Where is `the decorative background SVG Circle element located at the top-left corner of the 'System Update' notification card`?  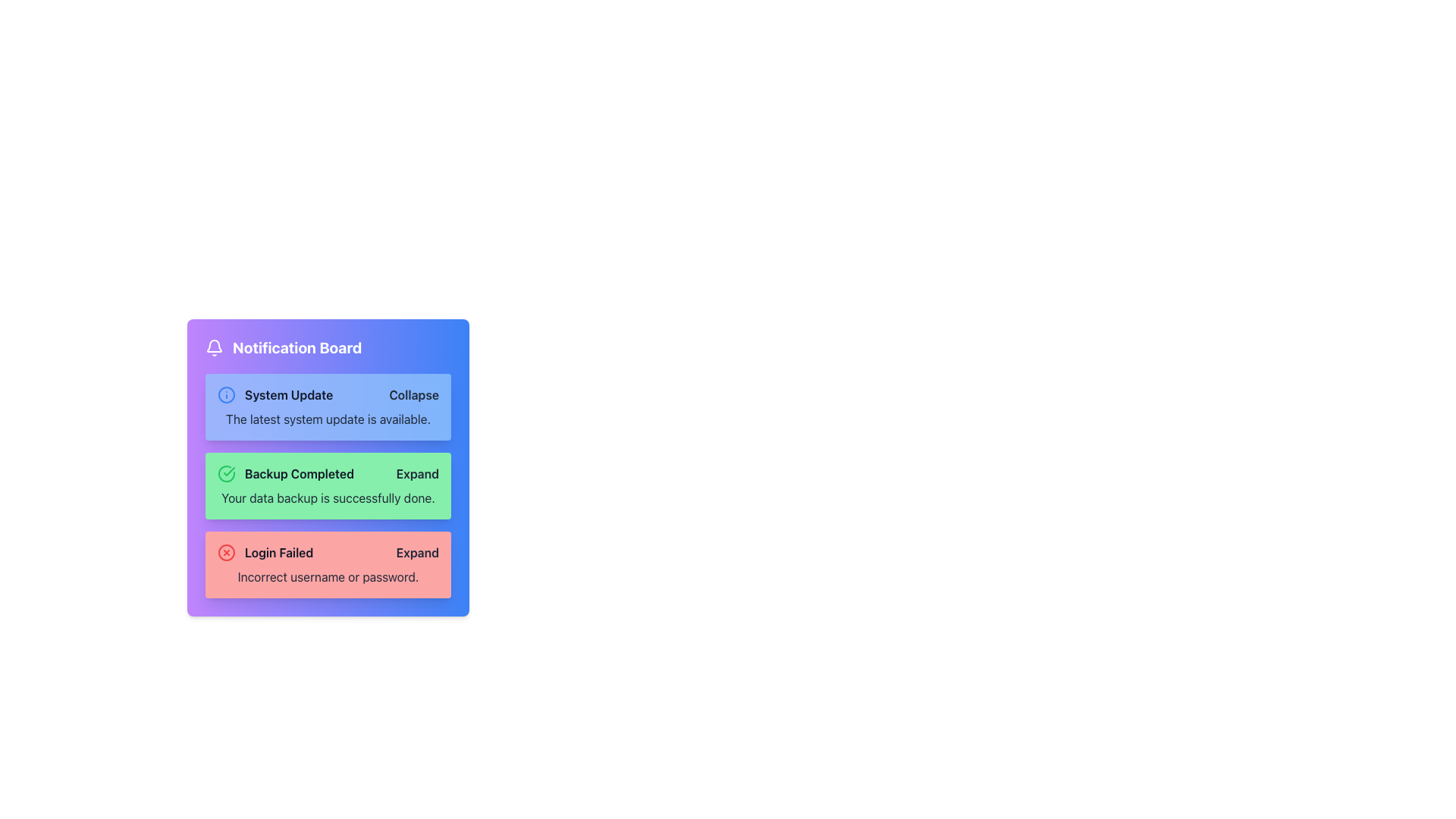 the decorative background SVG Circle element located at the top-left corner of the 'System Update' notification card is located at coordinates (225, 394).